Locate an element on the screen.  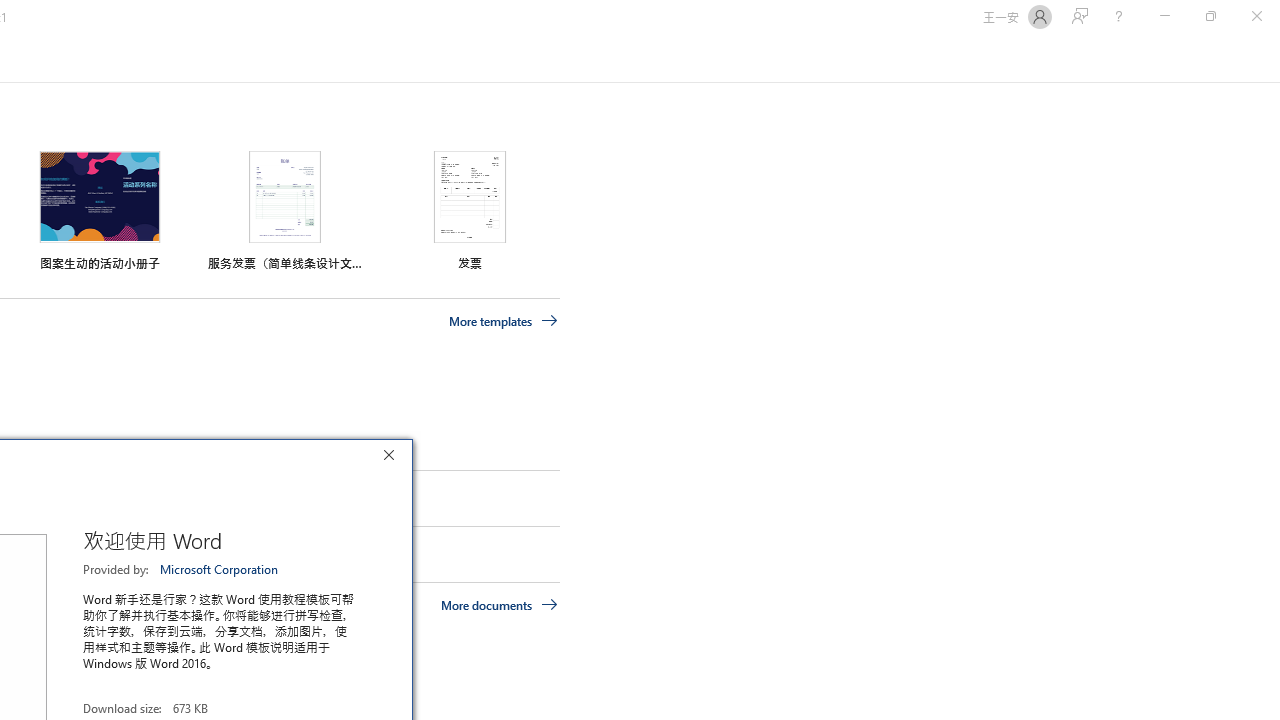
'More documents' is located at coordinates (499, 603).